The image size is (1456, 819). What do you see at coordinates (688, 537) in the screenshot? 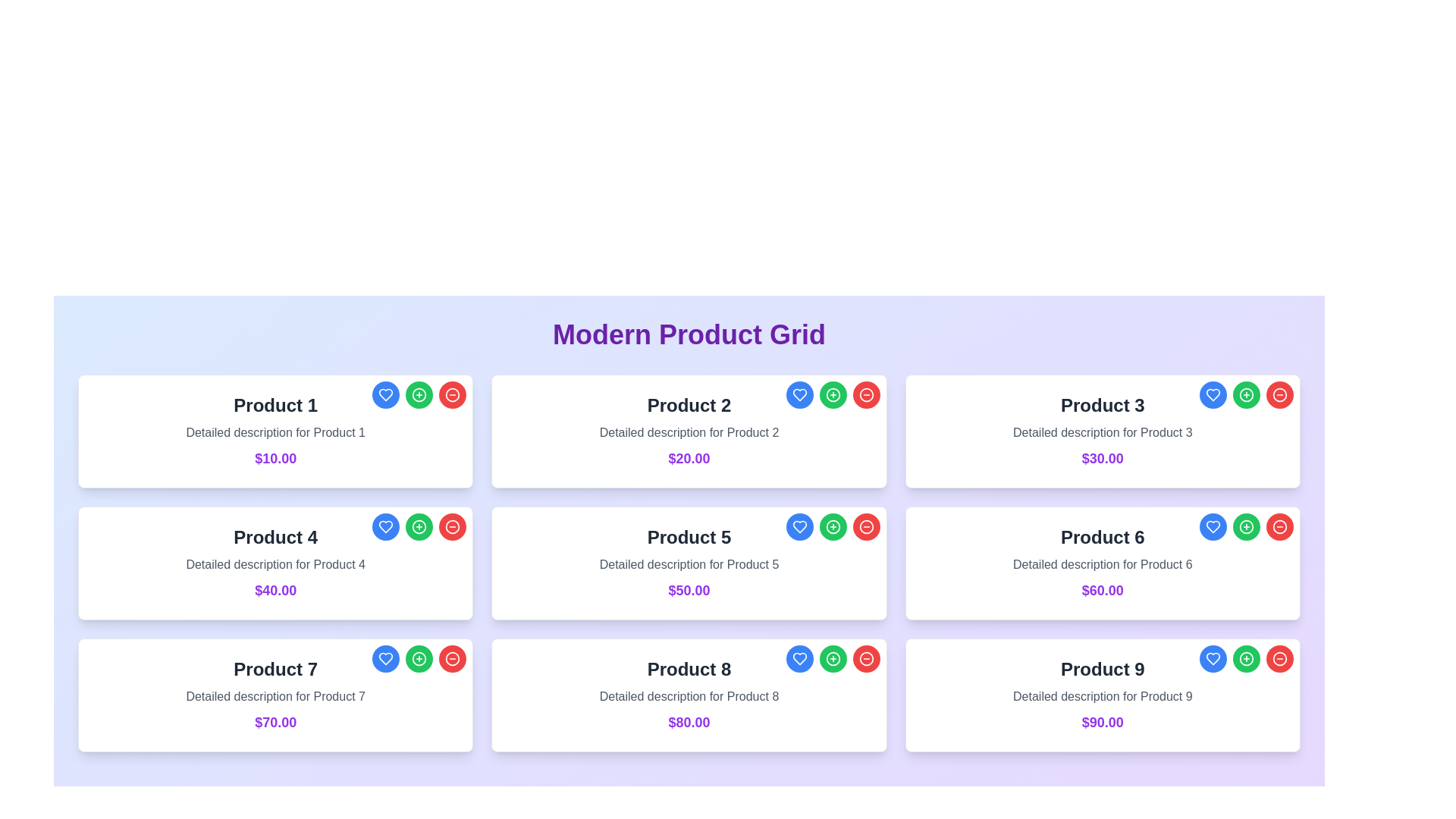
I see `product name displayed in the text label, which serves as the header in the product card located in the second row and second column of the grid` at bounding box center [688, 537].